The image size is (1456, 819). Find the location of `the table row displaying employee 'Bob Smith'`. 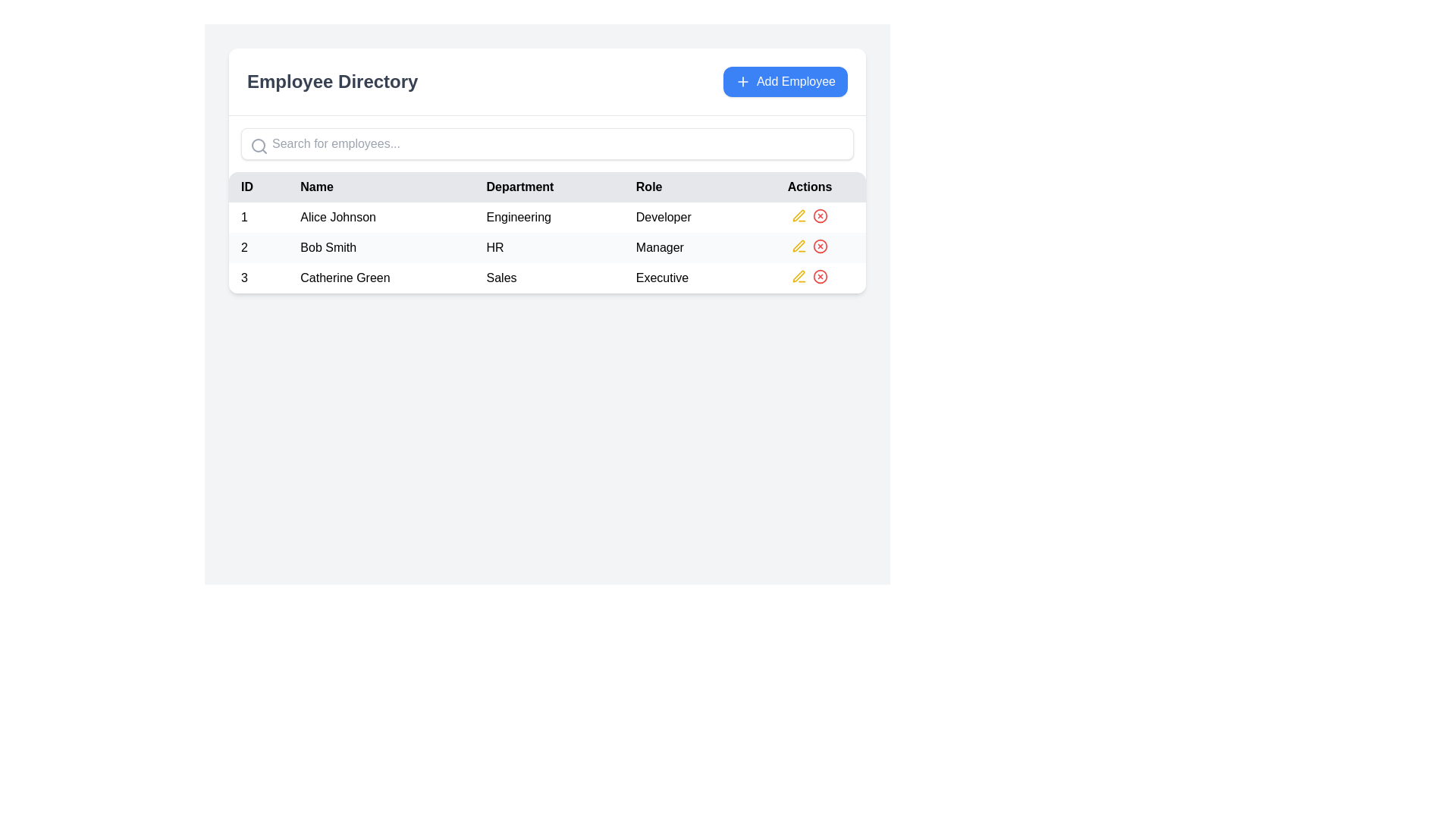

the table row displaying employee 'Bob Smith' is located at coordinates (546, 247).